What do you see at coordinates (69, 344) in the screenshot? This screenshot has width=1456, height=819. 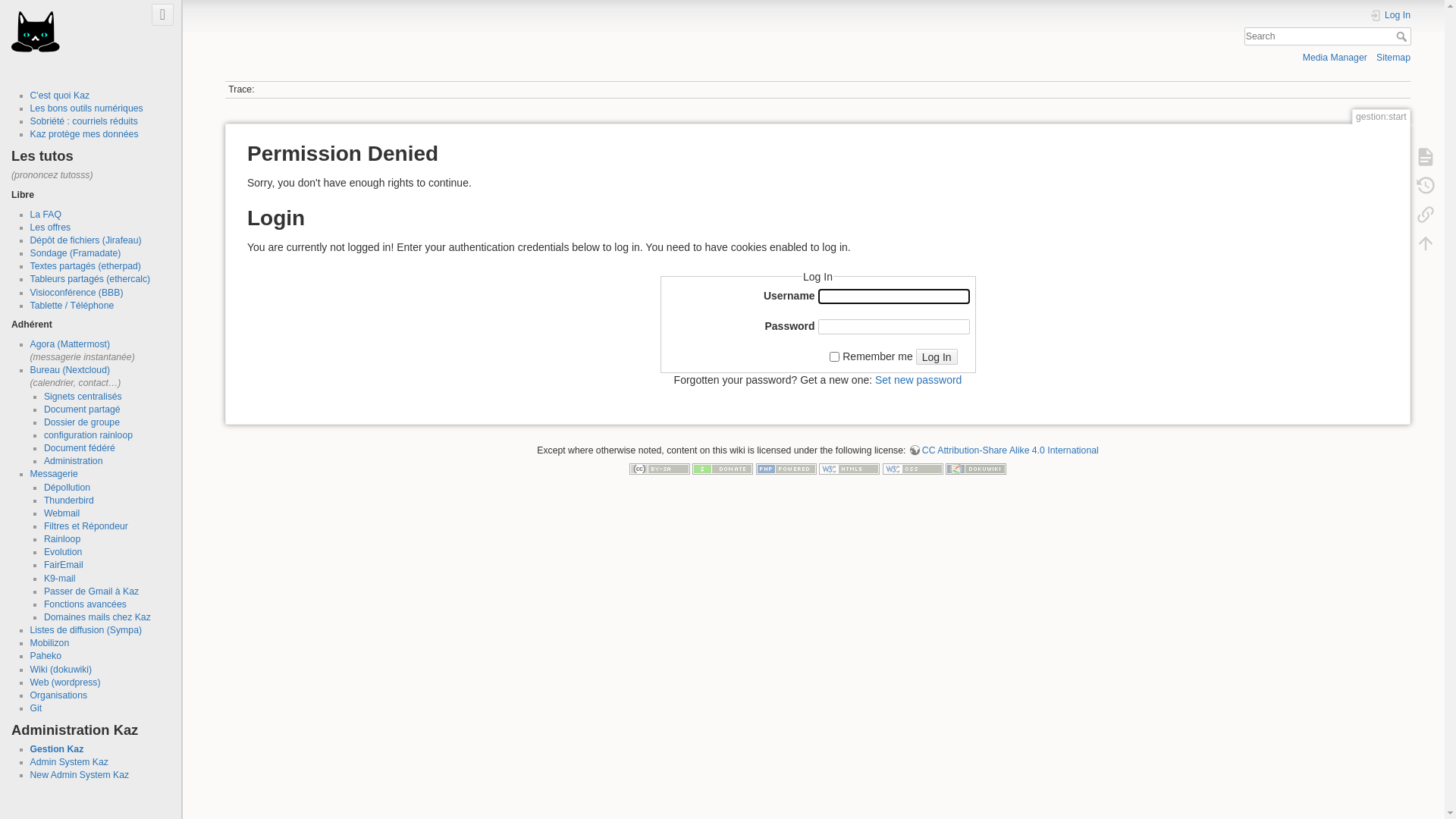 I see `'Agora (Mattermost)'` at bounding box center [69, 344].